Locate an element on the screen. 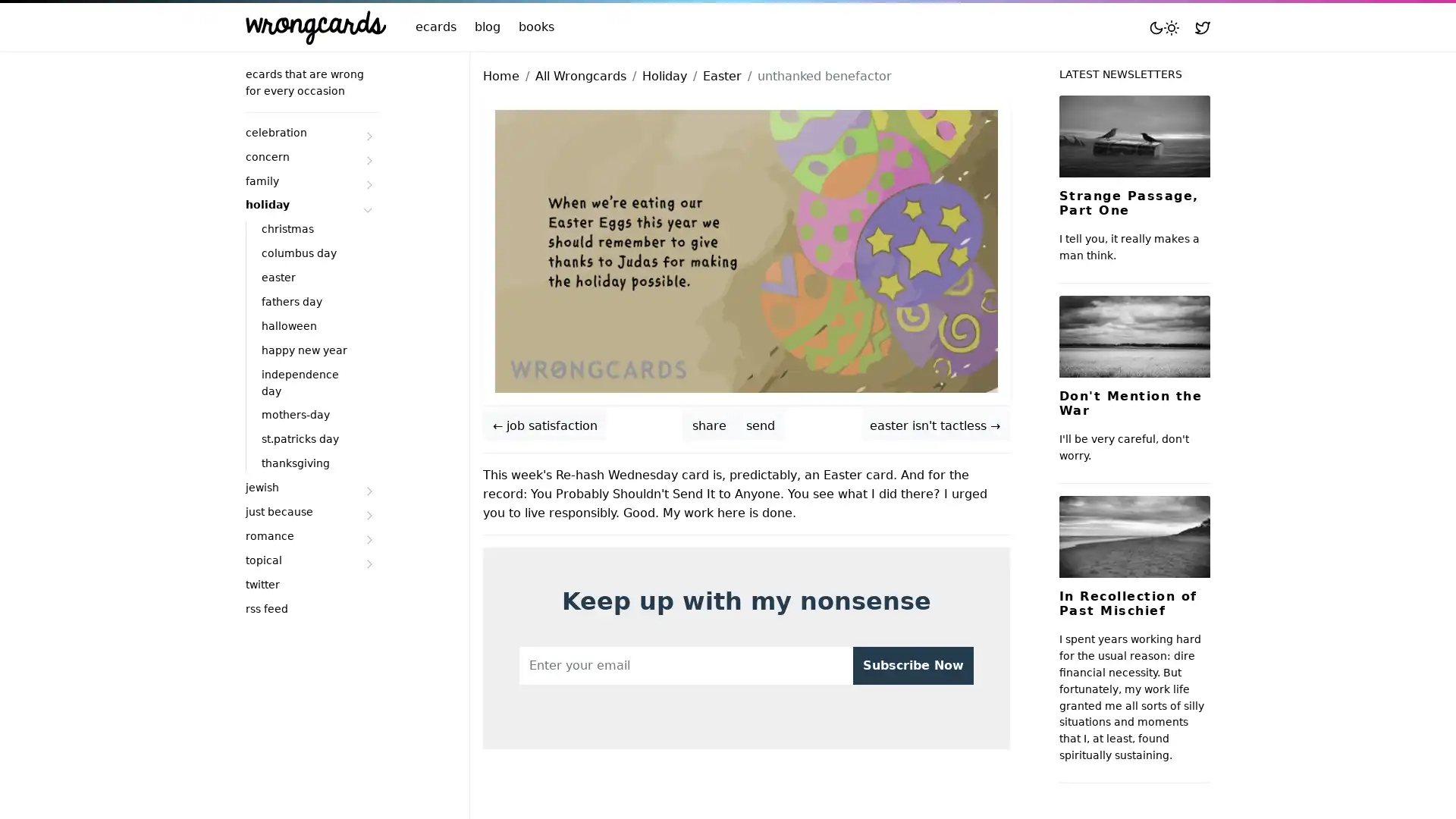  job satisfaction is located at coordinates (545, 425).